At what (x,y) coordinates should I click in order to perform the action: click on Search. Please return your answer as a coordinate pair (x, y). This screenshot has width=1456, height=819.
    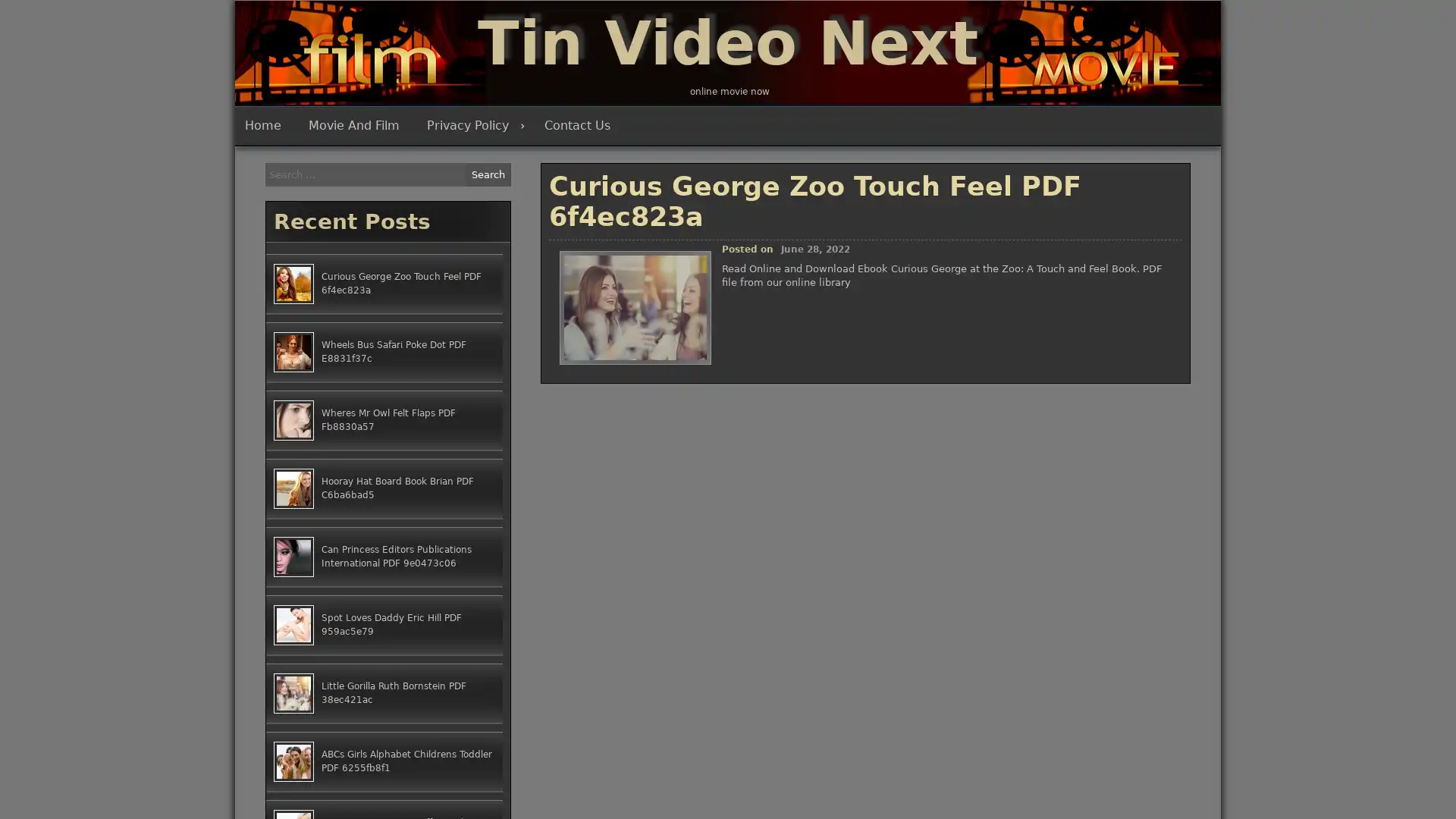
    Looking at the image, I should click on (488, 174).